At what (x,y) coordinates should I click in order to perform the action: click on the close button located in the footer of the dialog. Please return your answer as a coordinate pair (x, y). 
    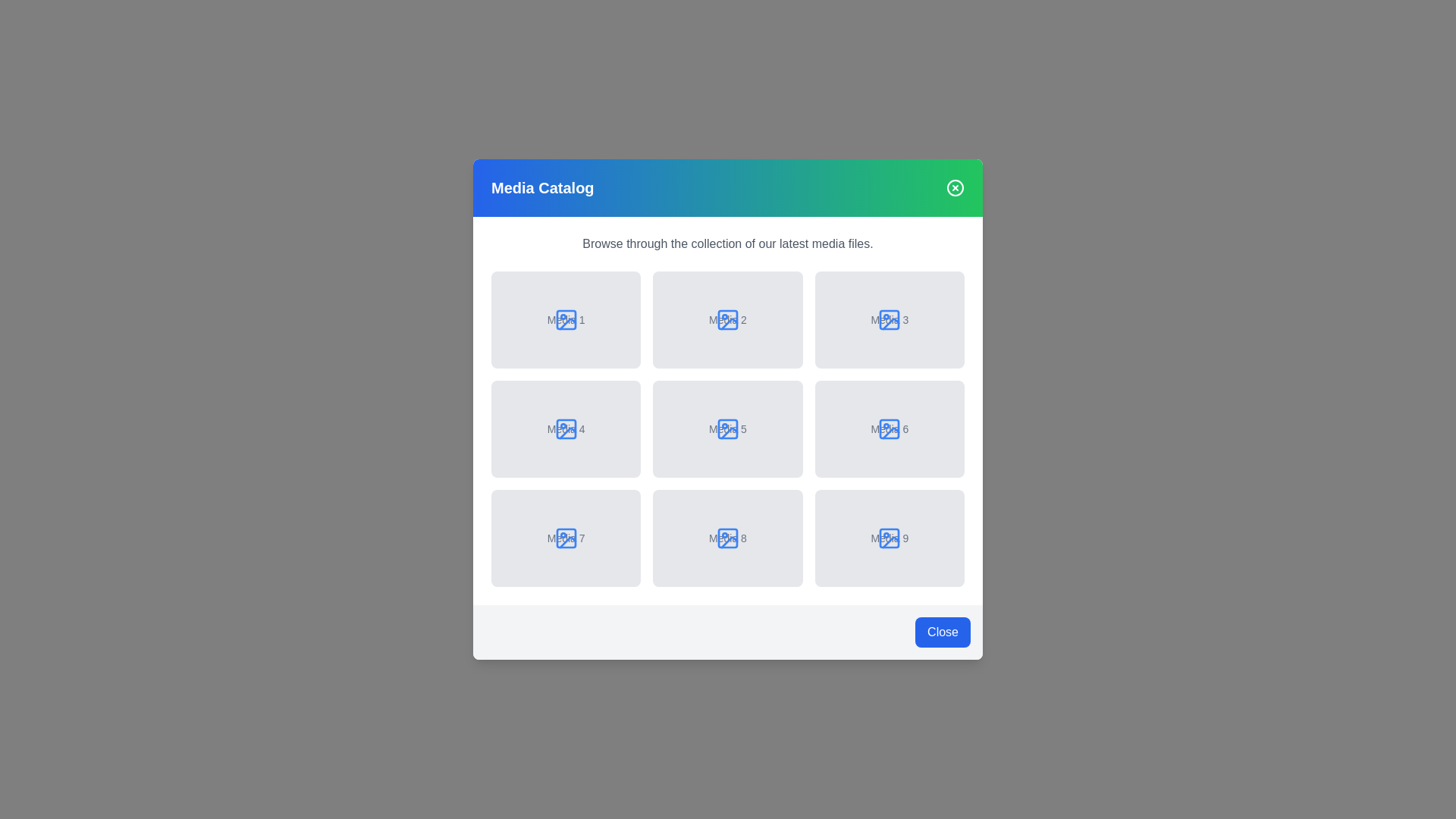
    Looking at the image, I should click on (942, 632).